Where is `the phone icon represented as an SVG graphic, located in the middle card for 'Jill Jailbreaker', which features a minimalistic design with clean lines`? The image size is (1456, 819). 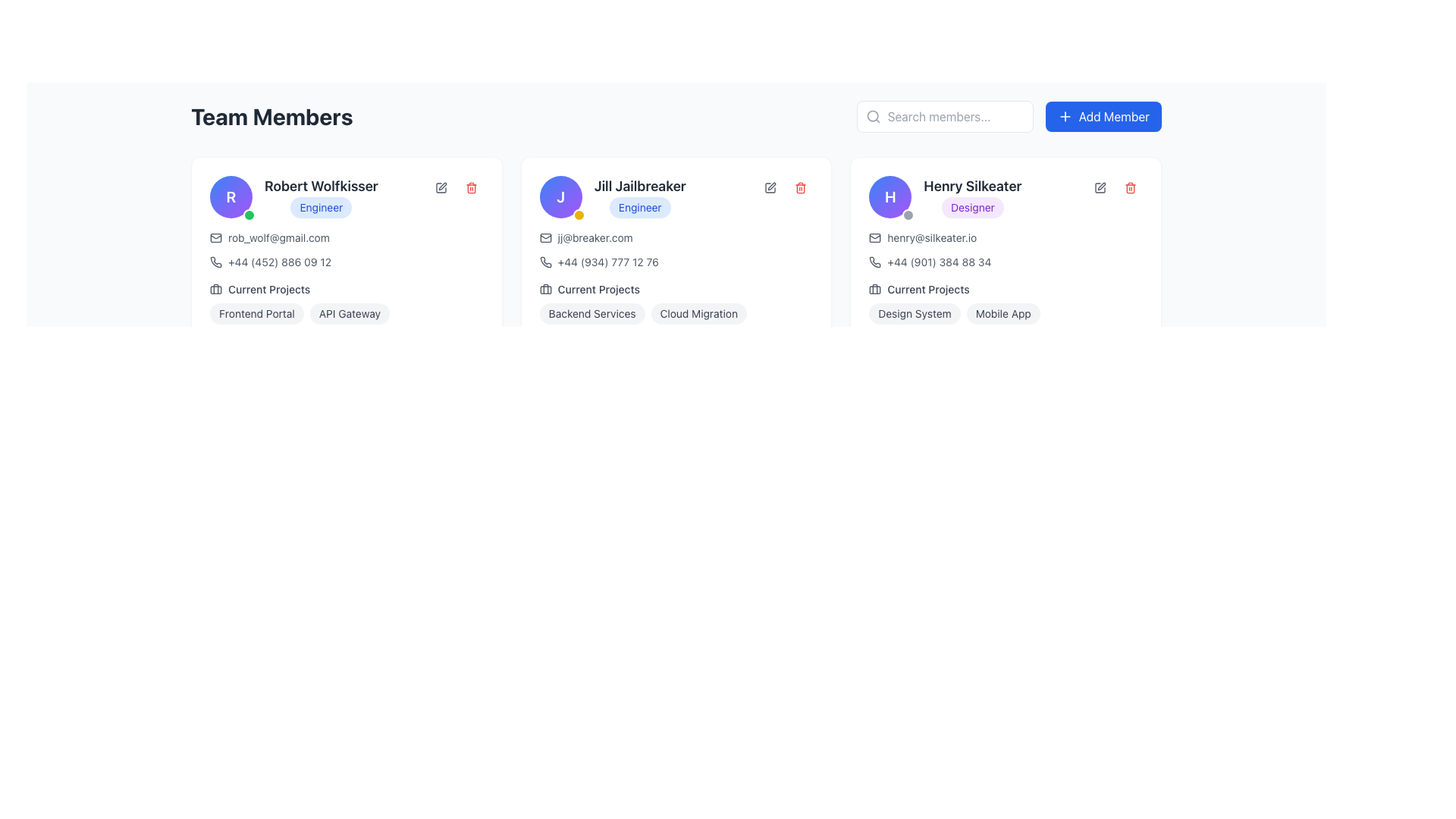
the phone icon represented as an SVG graphic, located in the middle card for 'Jill Jailbreaker', which features a minimalistic design with clean lines is located at coordinates (545, 262).